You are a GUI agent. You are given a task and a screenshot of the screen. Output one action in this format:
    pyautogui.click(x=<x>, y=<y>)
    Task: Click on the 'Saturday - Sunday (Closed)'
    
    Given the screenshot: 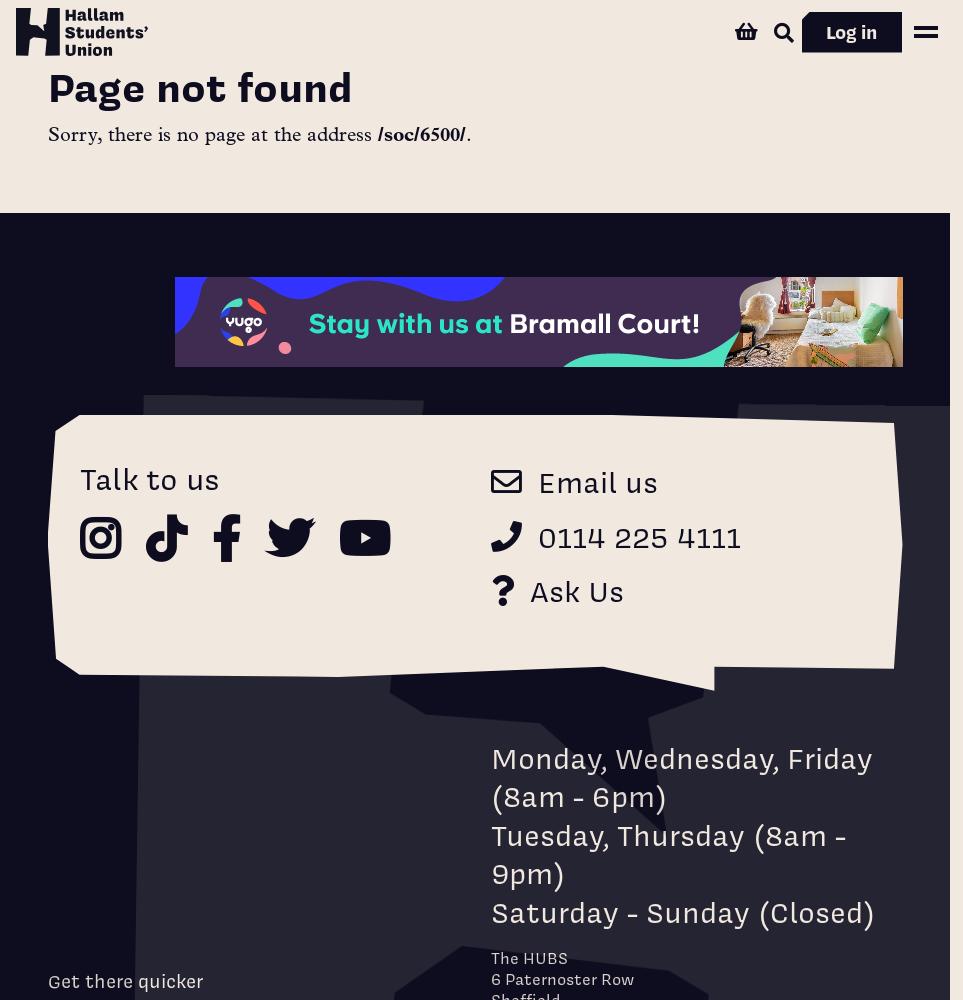 What is the action you would take?
    pyautogui.click(x=682, y=910)
    